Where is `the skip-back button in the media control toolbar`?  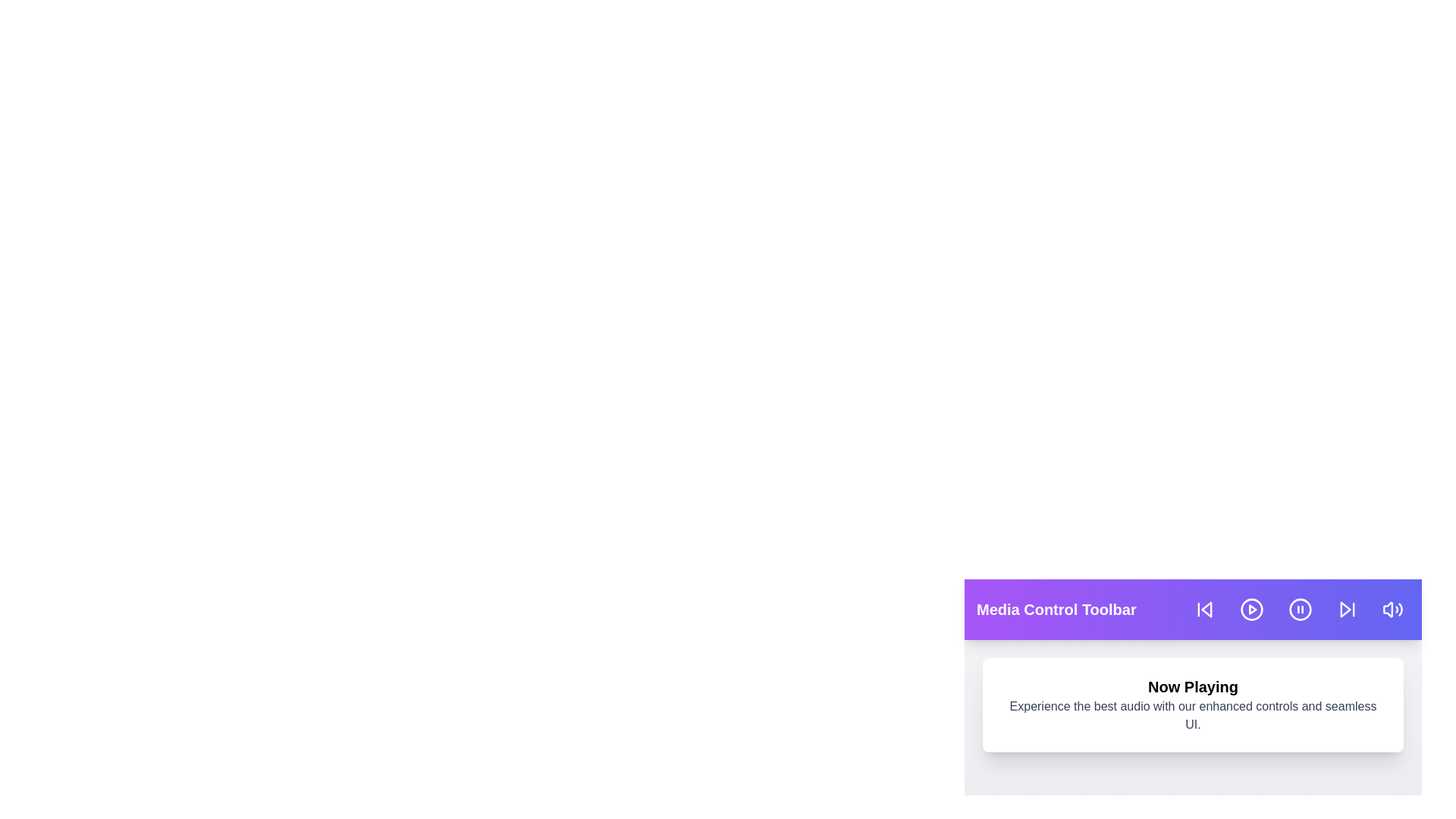
the skip-back button in the media control toolbar is located at coordinates (1203, 608).